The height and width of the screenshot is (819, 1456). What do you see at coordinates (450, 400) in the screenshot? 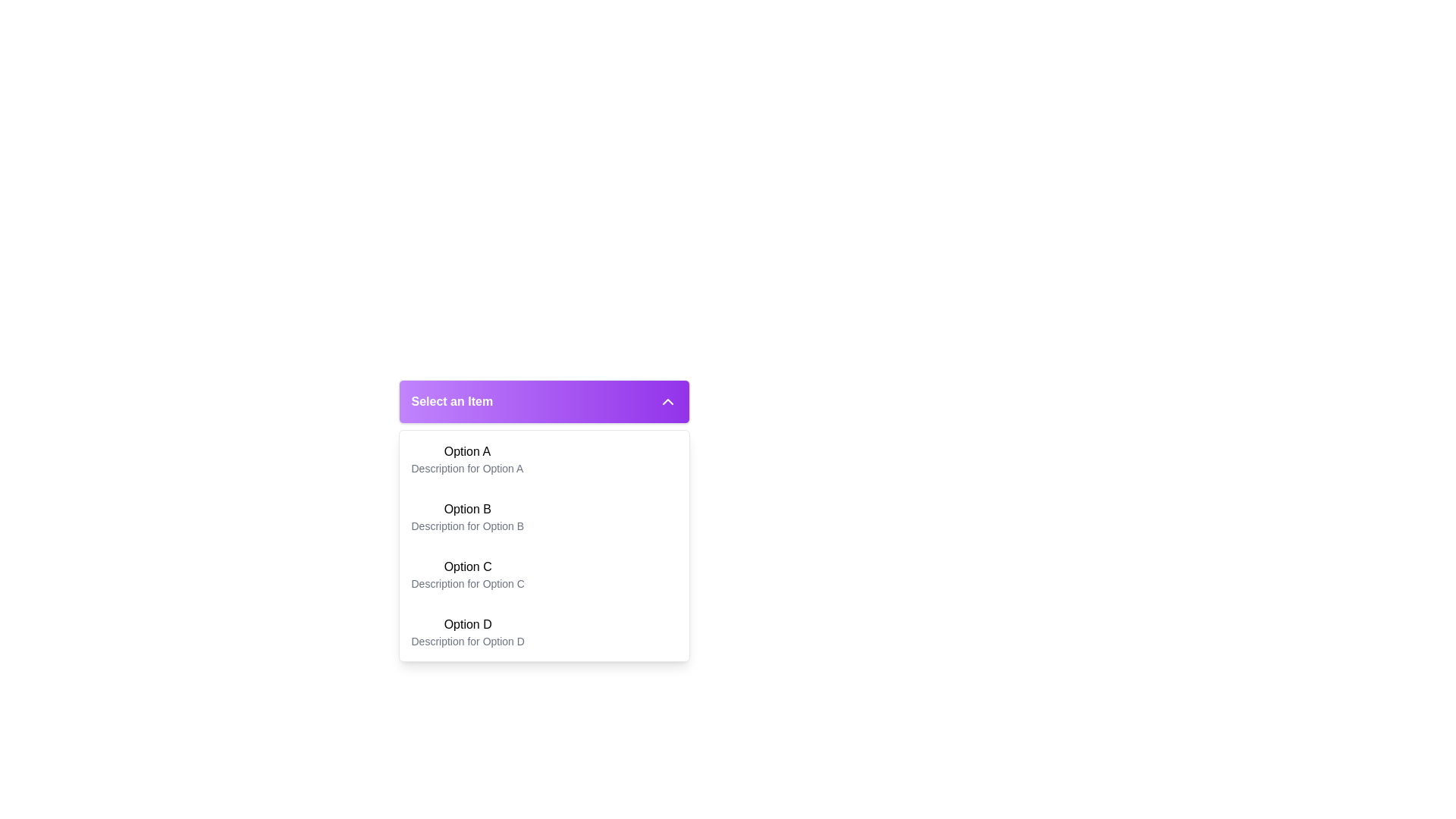
I see `the dropdown header label` at bounding box center [450, 400].